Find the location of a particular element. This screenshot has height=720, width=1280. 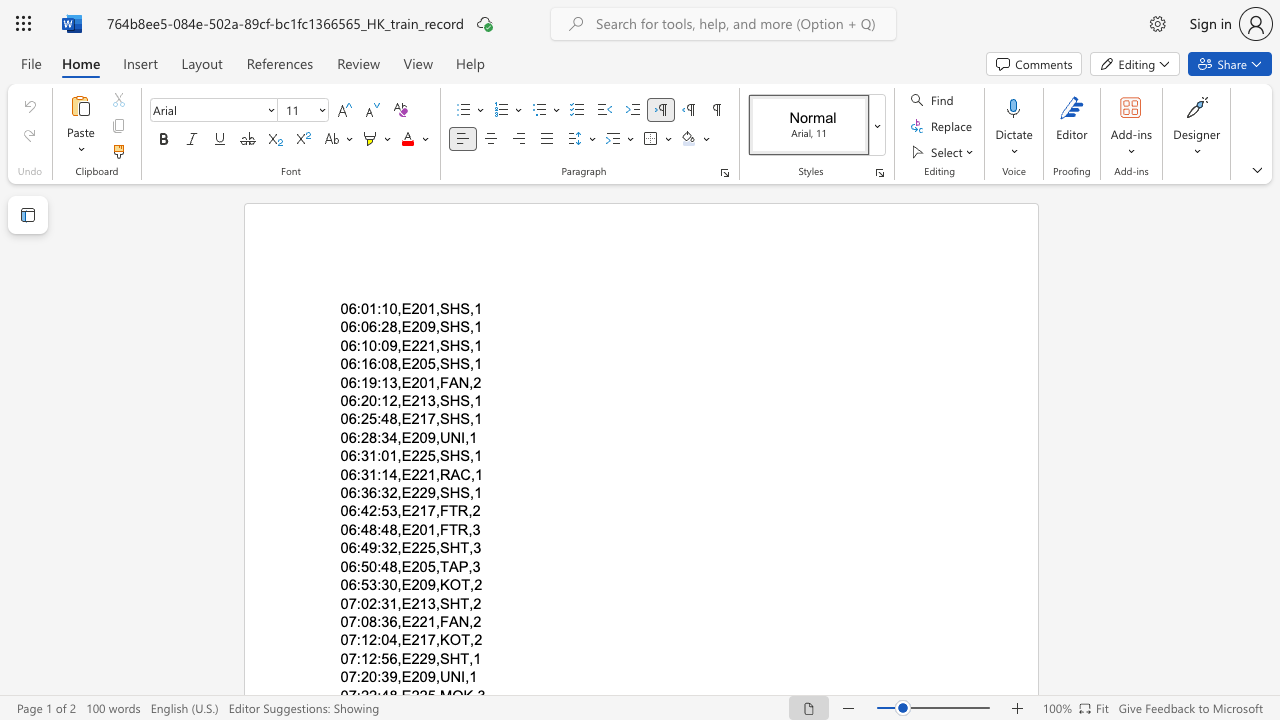

the space between the continuous character "S" and "H" in the text is located at coordinates (448, 364).